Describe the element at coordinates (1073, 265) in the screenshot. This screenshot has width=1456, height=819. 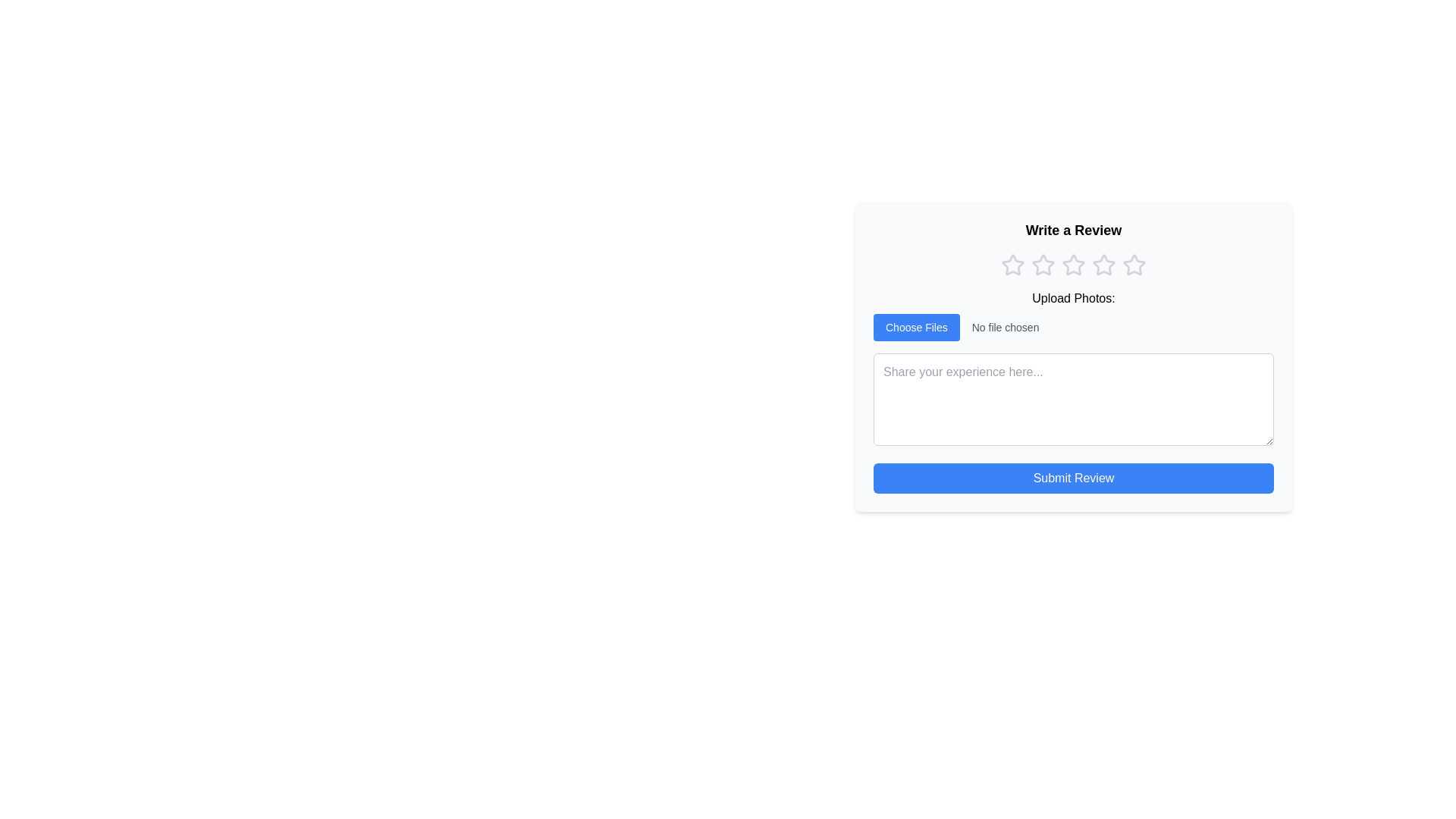
I see `the third rating star icon, which is a light gray five-pointed star outline, part of the interactive rating component under the 'Write a Review' header` at that location.